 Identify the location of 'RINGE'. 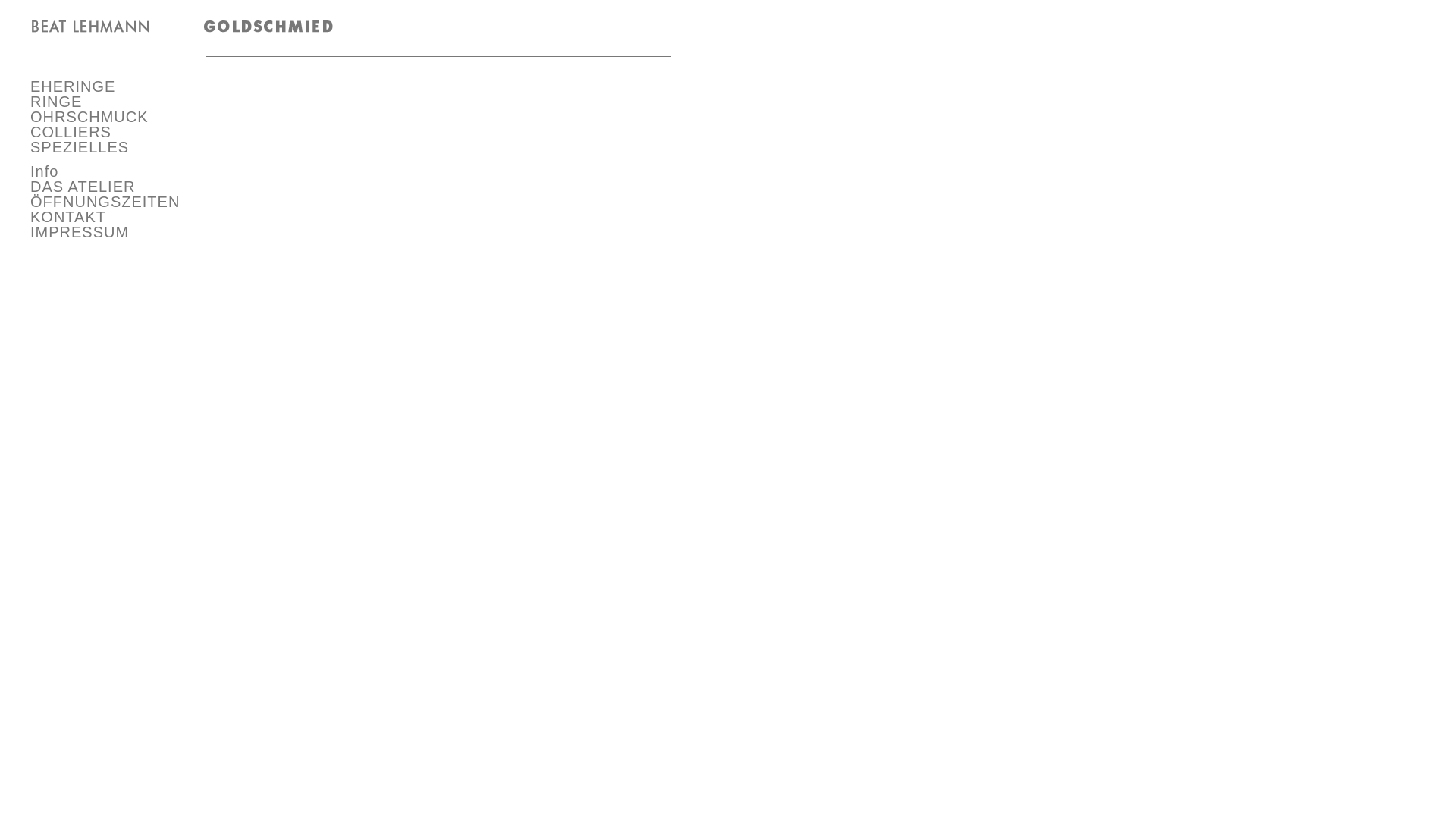
(55, 102).